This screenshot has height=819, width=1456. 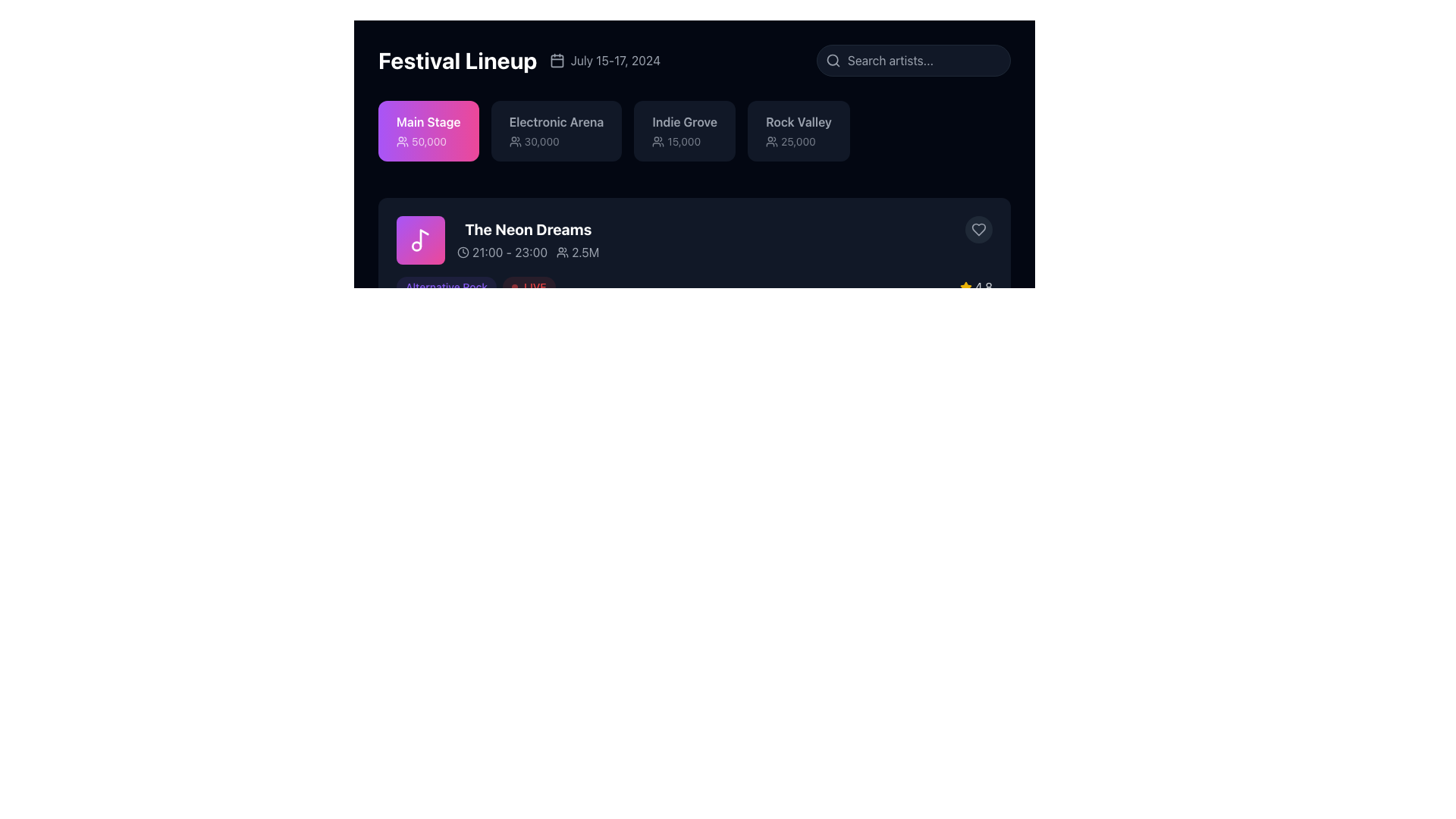 What do you see at coordinates (684, 130) in the screenshot?
I see `the informational label displaying 'Indie Grove' and '15,000', located in the 'Festival Lineup' section as the third box, with a group of people icon below the '15,000' text` at bounding box center [684, 130].